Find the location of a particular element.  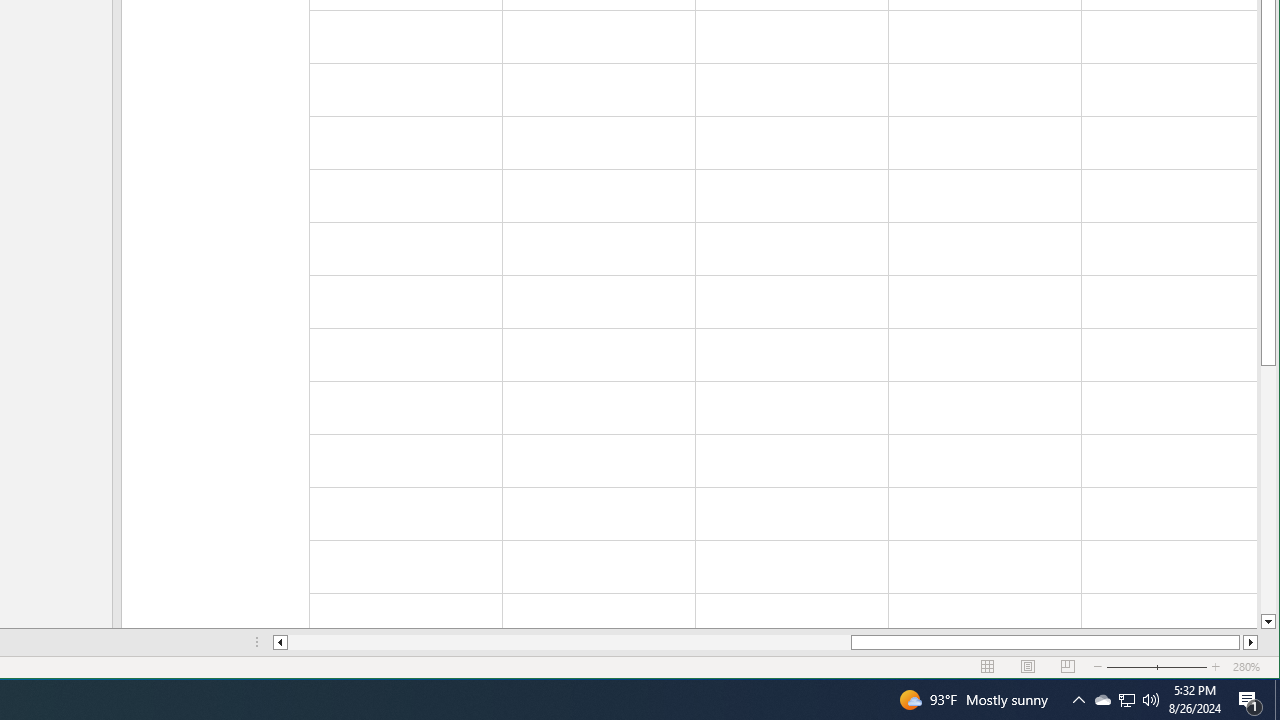

'Zoom Out' is located at coordinates (1157, 667).